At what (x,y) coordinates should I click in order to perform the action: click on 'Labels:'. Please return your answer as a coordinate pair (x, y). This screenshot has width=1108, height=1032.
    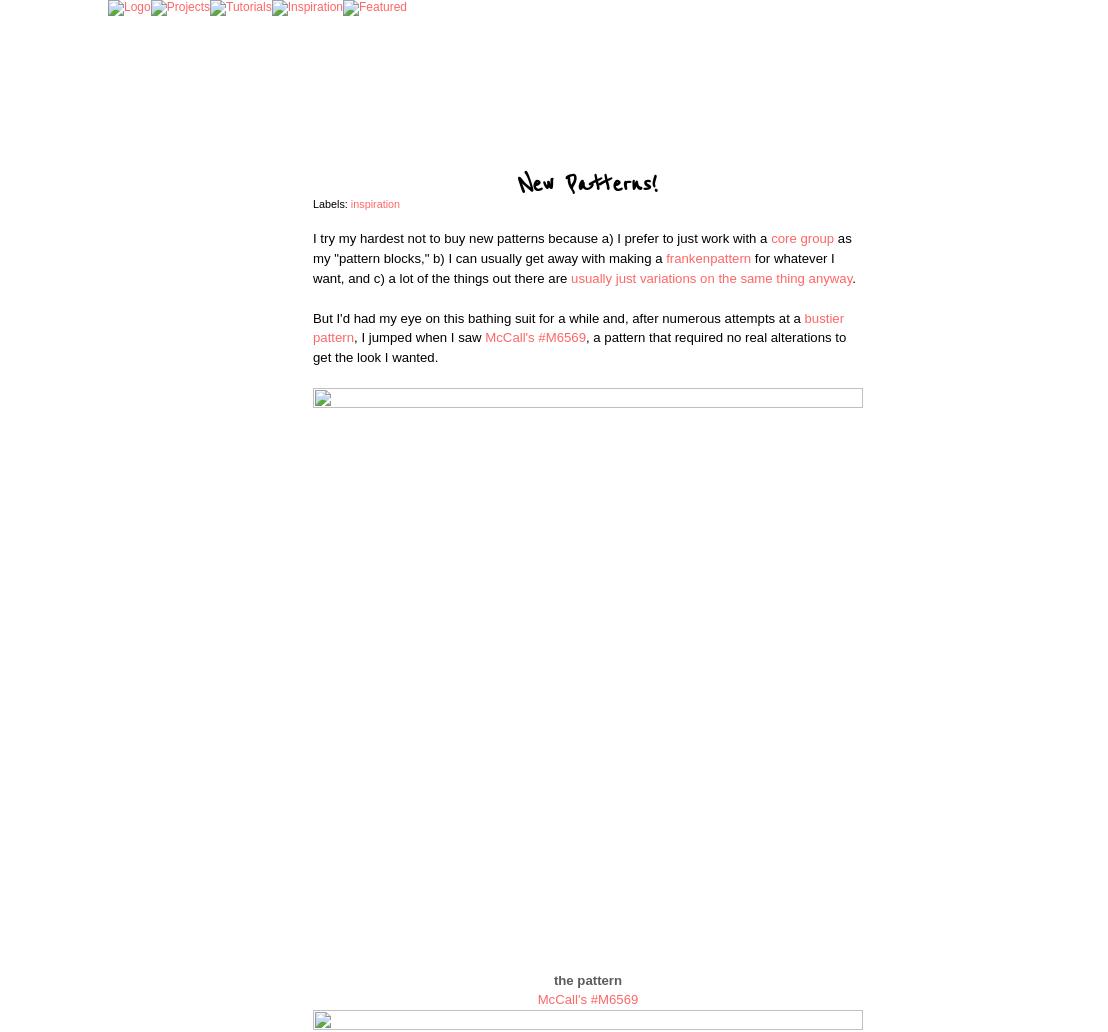
    Looking at the image, I should click on (330, 203).